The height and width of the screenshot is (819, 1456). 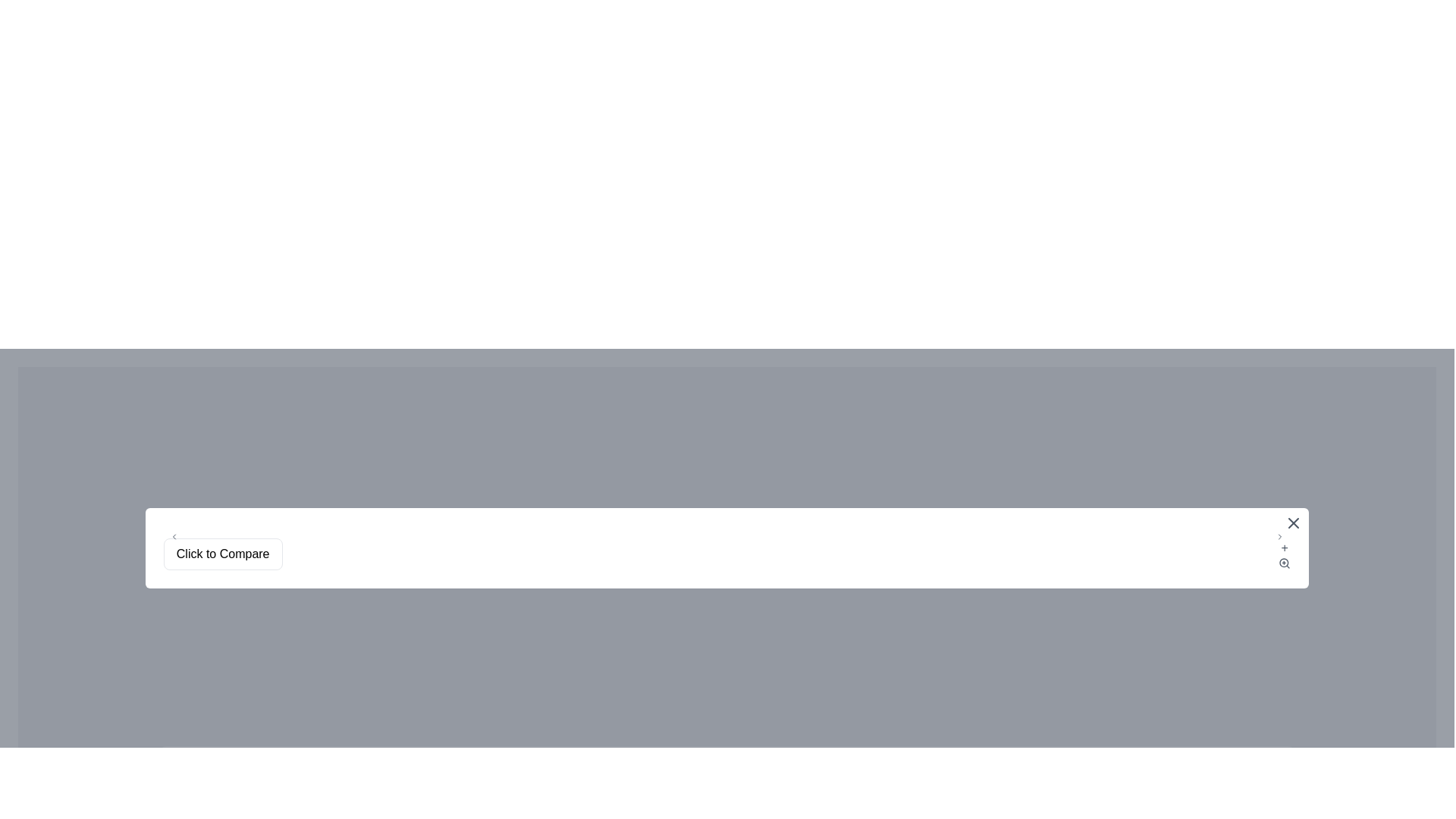 I want to click on the circular button-like icon with a light-gray background and a leftward chevron symbol, so click(x=174, y=536).